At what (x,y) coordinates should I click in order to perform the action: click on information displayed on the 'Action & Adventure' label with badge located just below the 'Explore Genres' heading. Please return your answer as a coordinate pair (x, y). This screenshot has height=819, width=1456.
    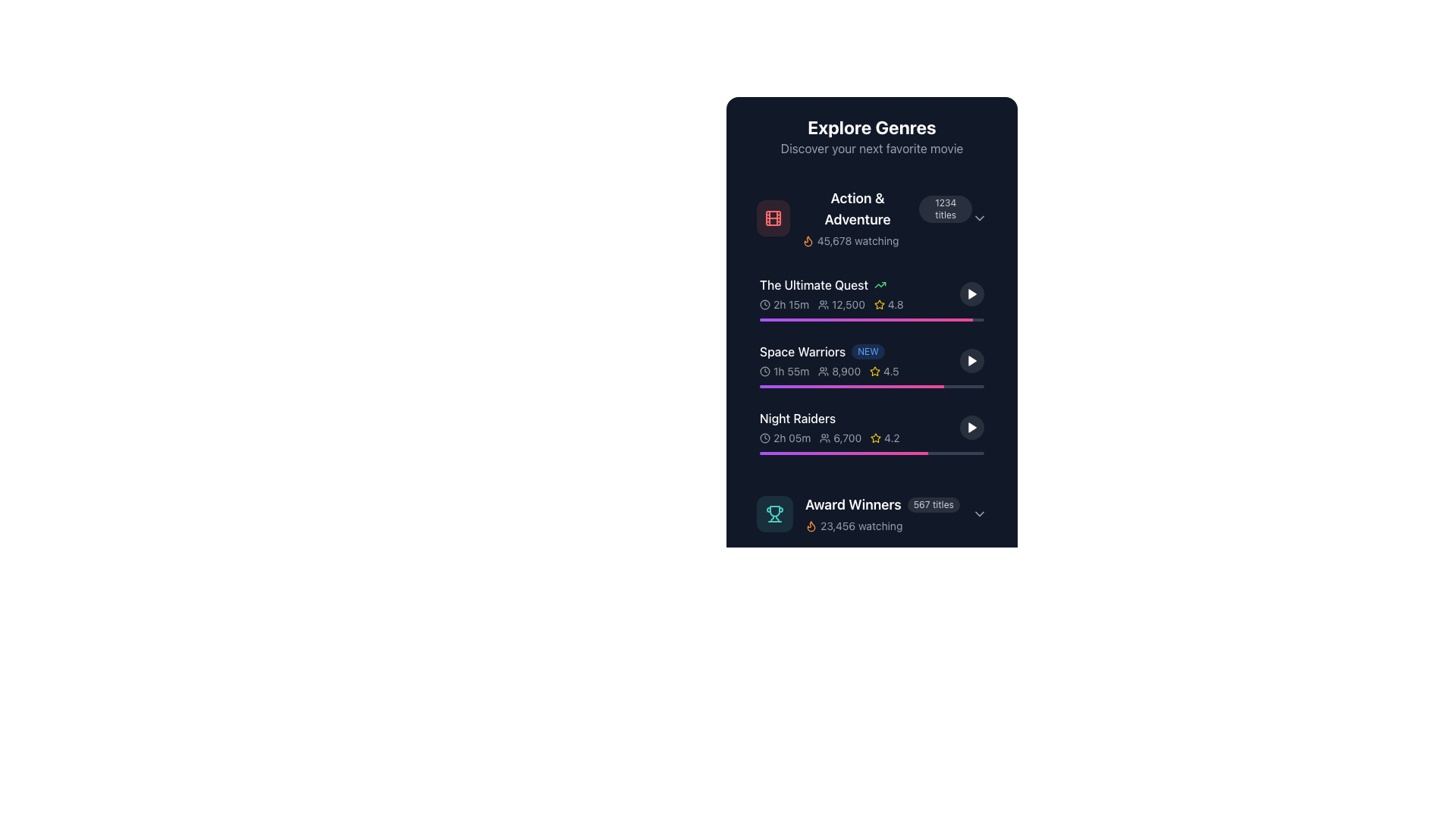
    Looking at the image, I should click on (886, 209).